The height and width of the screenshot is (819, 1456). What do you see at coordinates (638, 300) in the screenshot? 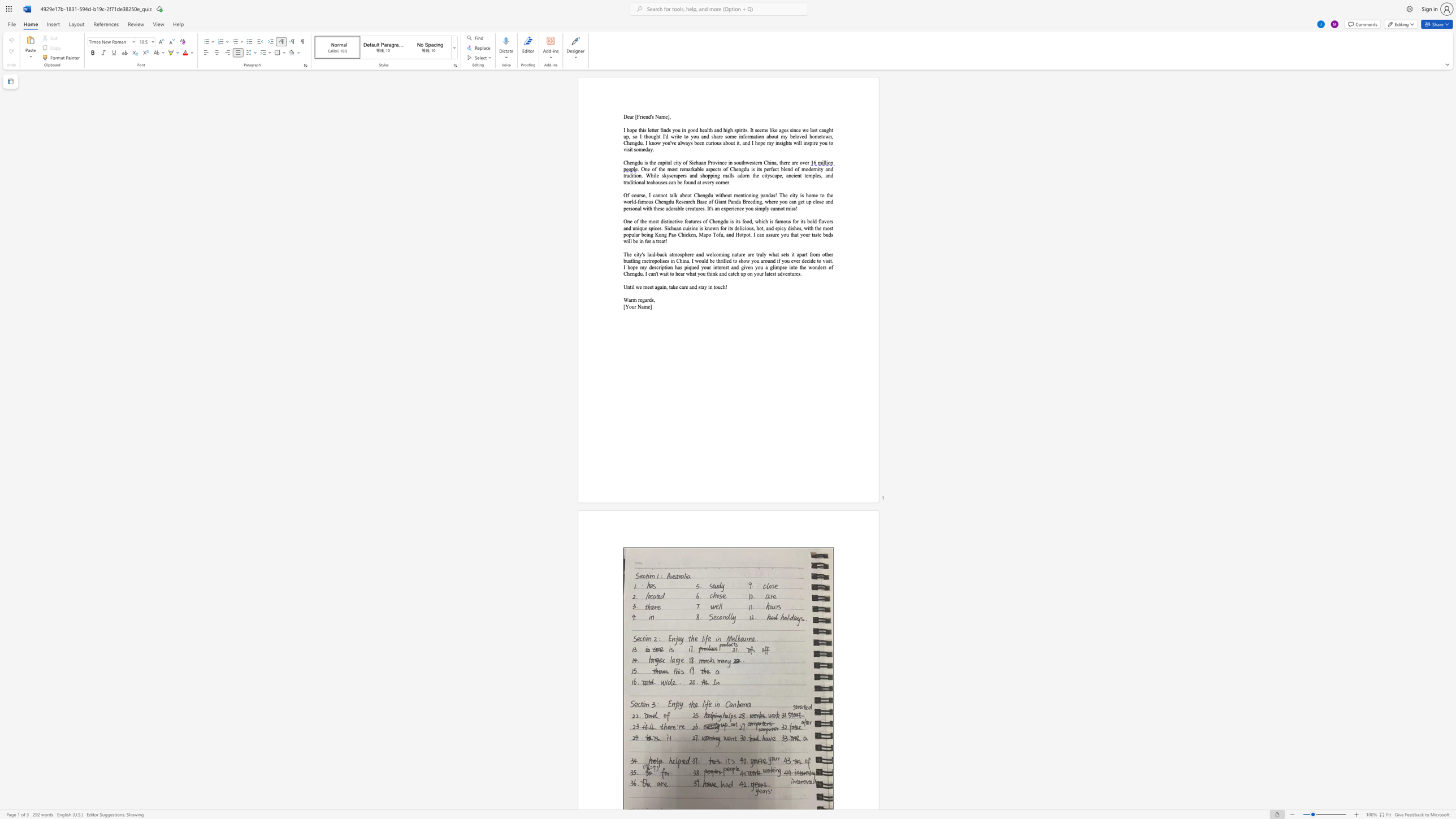
I see `the subset text "reg" within the text "Warm regards,"` at bounding box center [638, 300].